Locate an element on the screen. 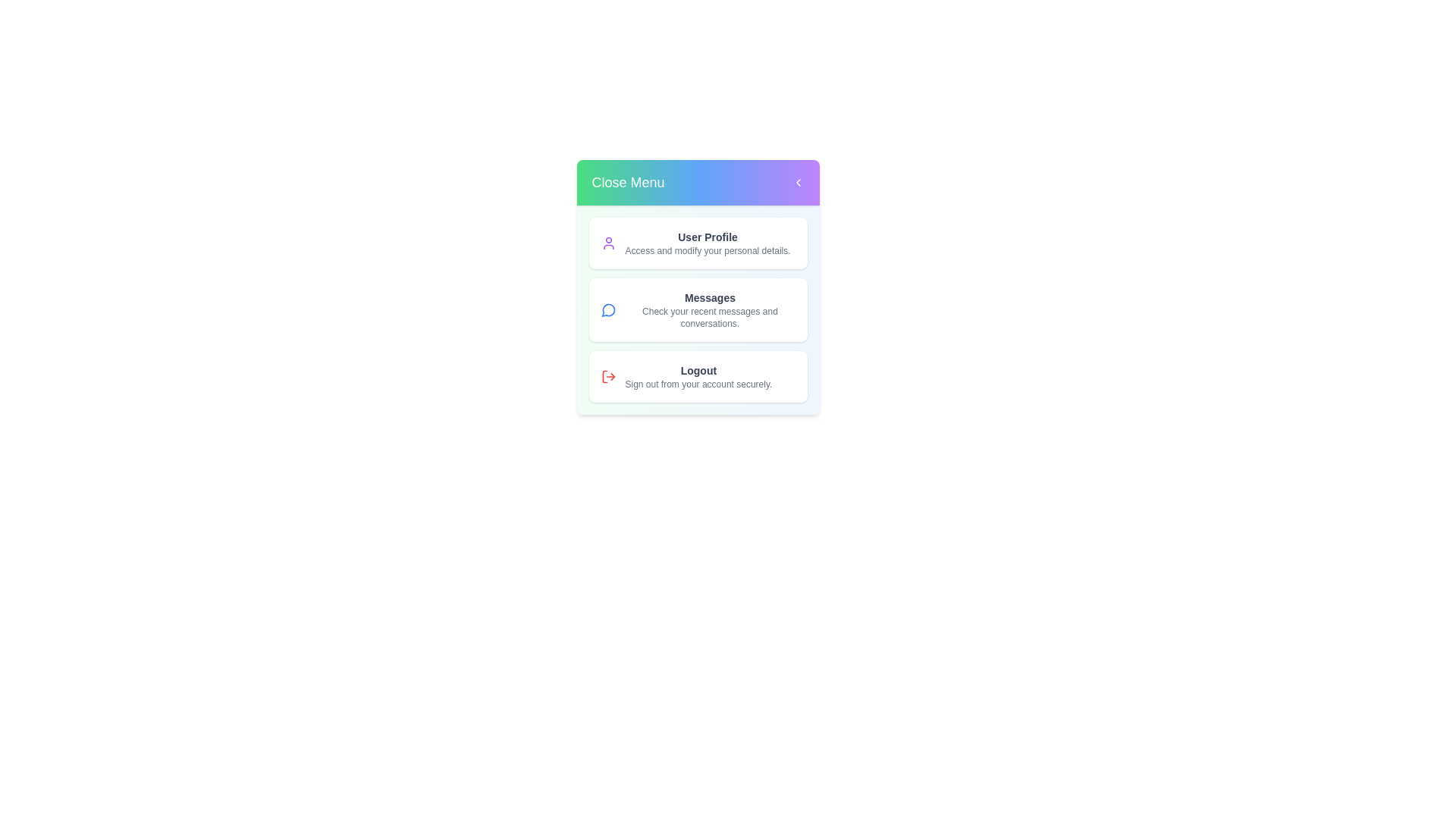 The height and width of the screenshot is (819, 1456). the Logout icon in the ProfileMenu is located at coordinates (608, 376).